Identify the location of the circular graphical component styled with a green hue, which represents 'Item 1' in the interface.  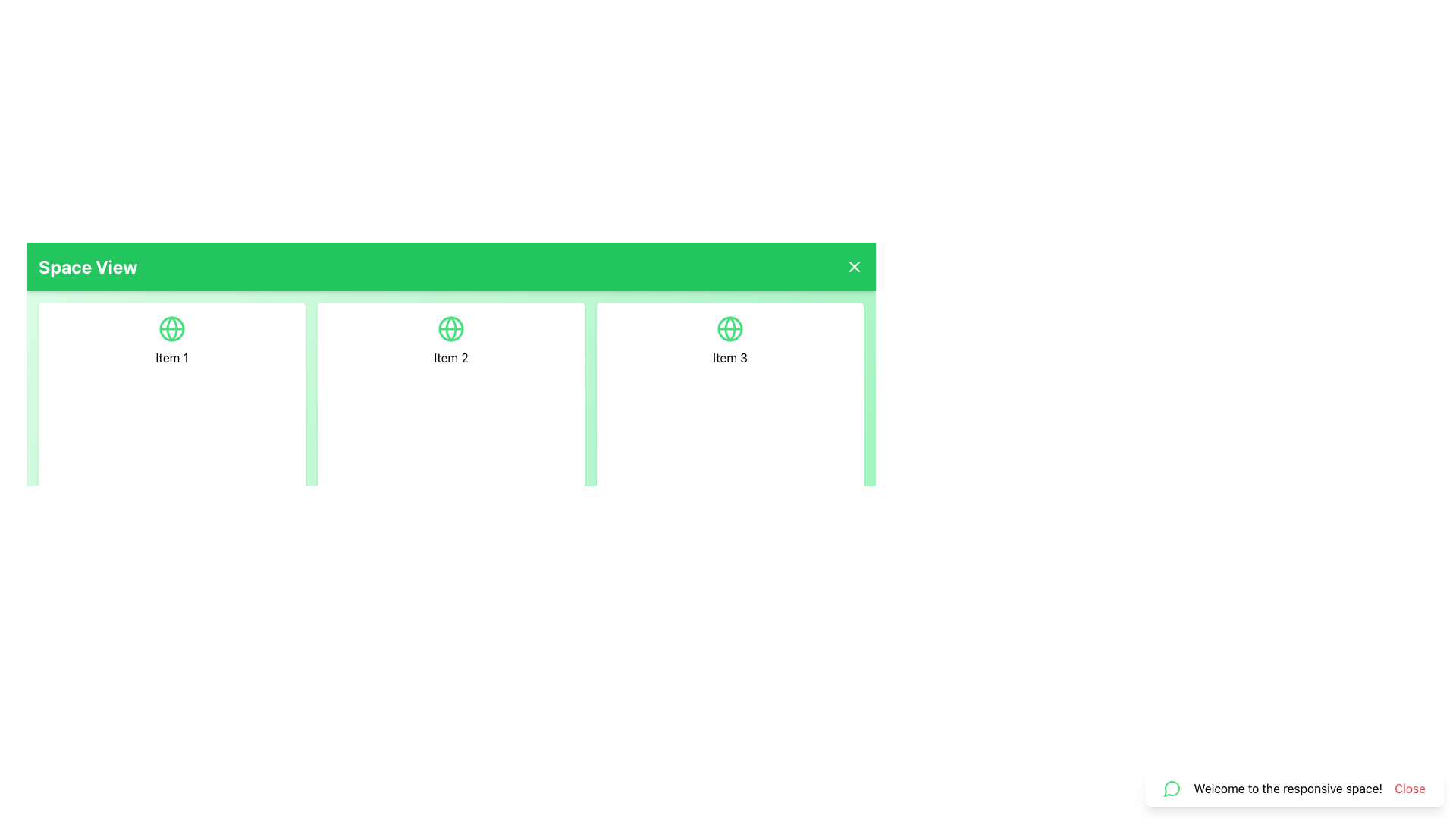
(171, 328).